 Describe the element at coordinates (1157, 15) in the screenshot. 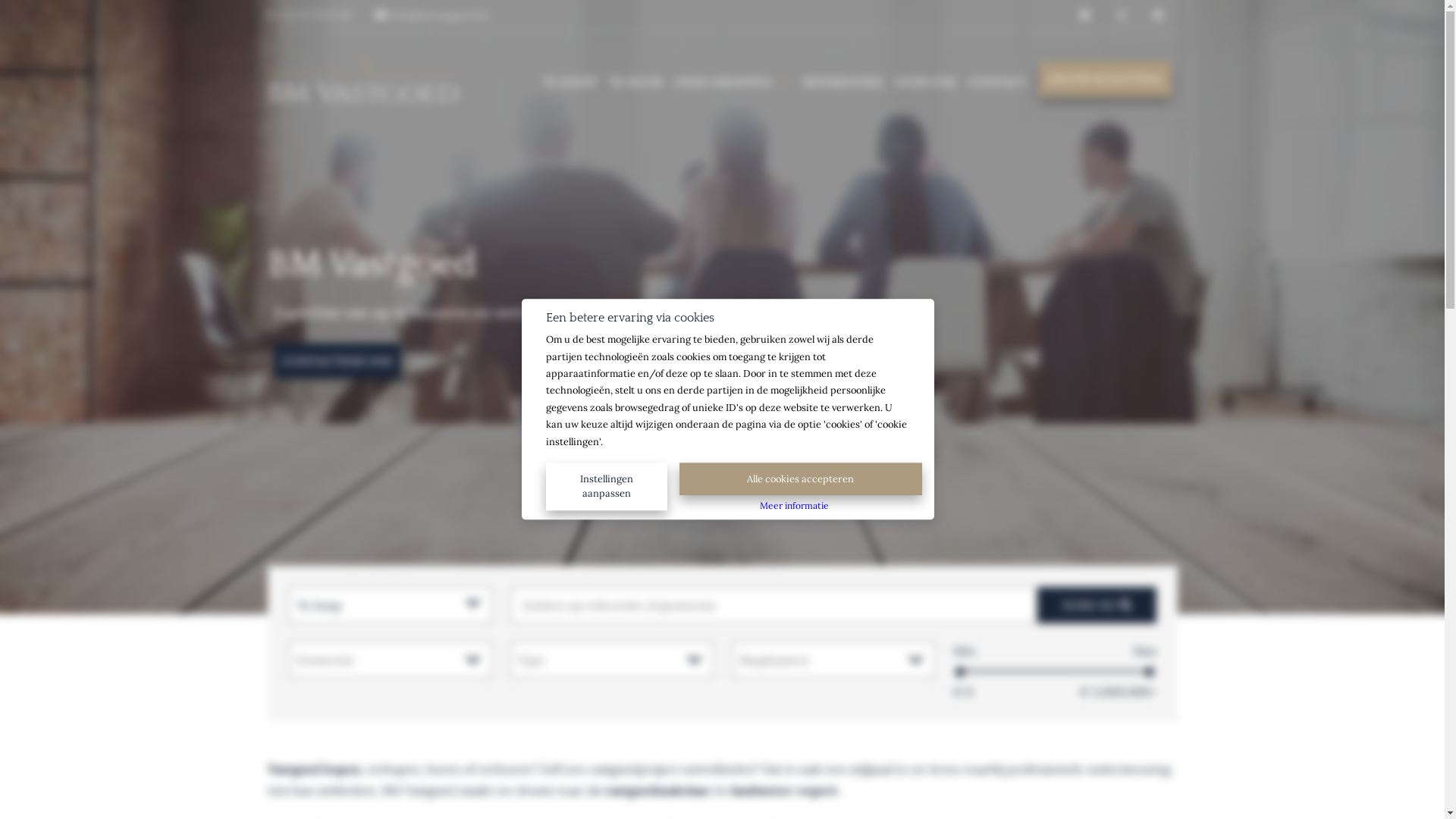

I see `' '` at that location.